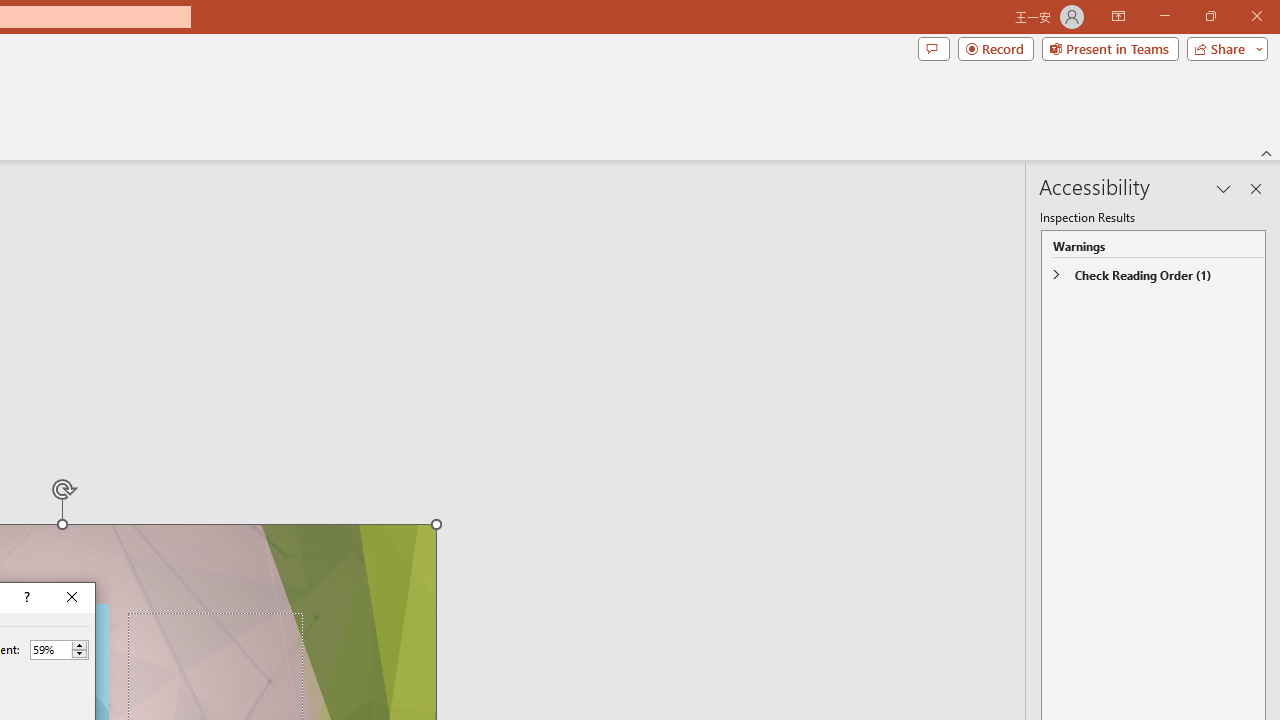  What do you see at coordinates (79, 654) in the screenshot?
I see `'Less'` at bounding box center [79, 654].